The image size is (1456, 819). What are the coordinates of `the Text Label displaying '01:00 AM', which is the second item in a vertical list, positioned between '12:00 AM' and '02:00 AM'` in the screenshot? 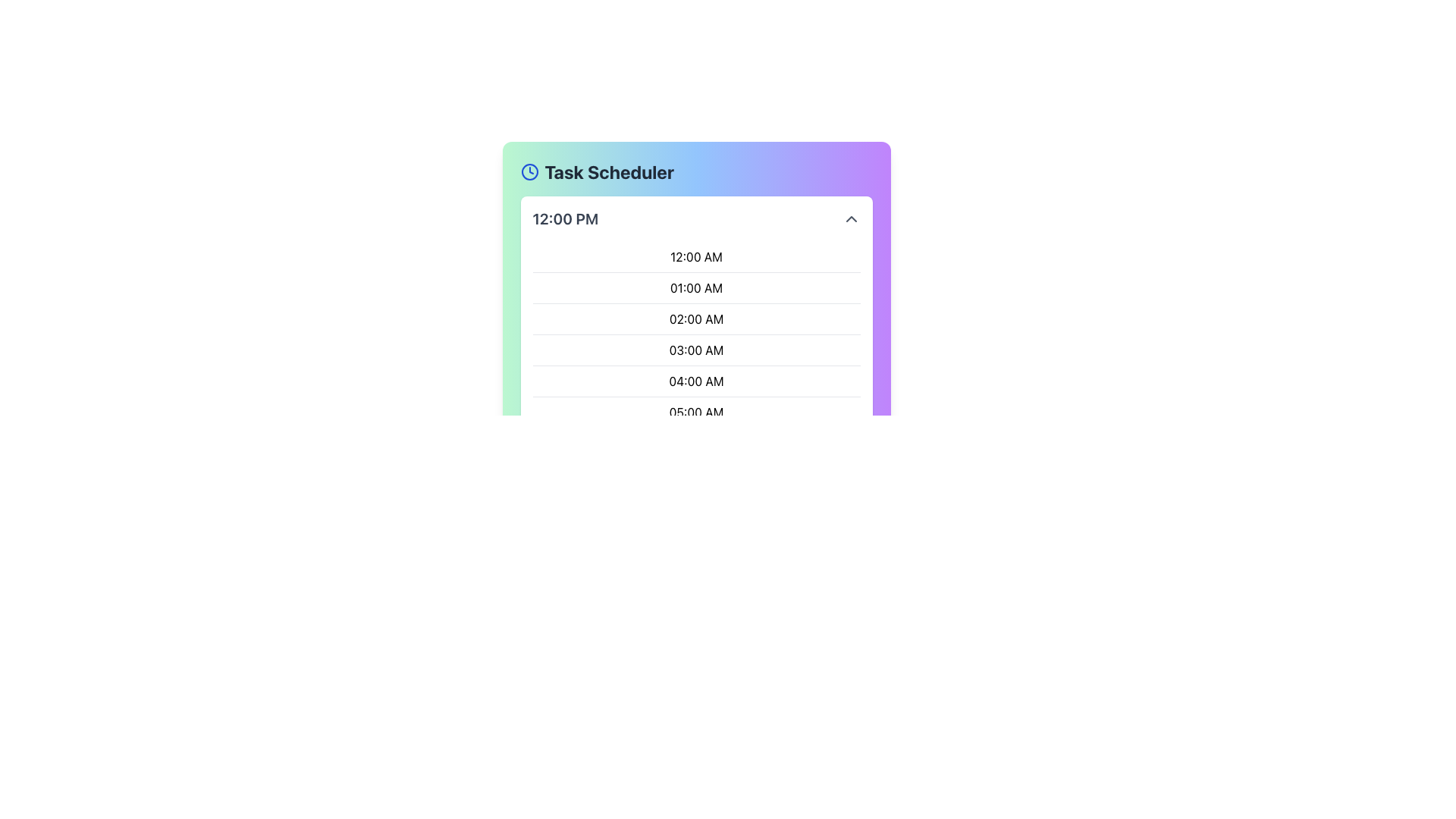 It's located at (695, 287).